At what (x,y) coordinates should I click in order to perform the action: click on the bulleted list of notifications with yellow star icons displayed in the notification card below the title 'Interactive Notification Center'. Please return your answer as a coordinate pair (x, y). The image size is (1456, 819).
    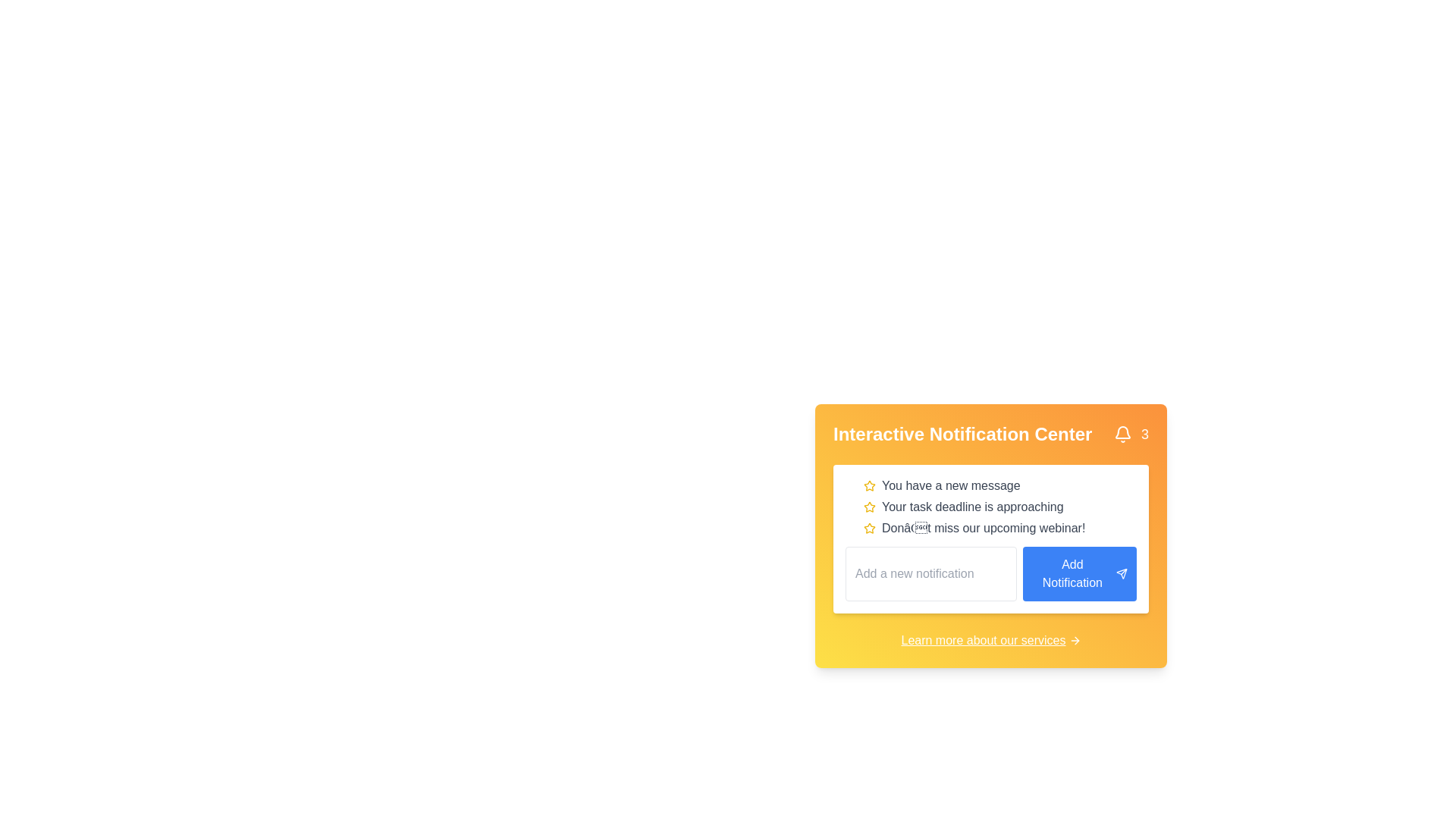
    Looking at the image, I should click on (990, 507).